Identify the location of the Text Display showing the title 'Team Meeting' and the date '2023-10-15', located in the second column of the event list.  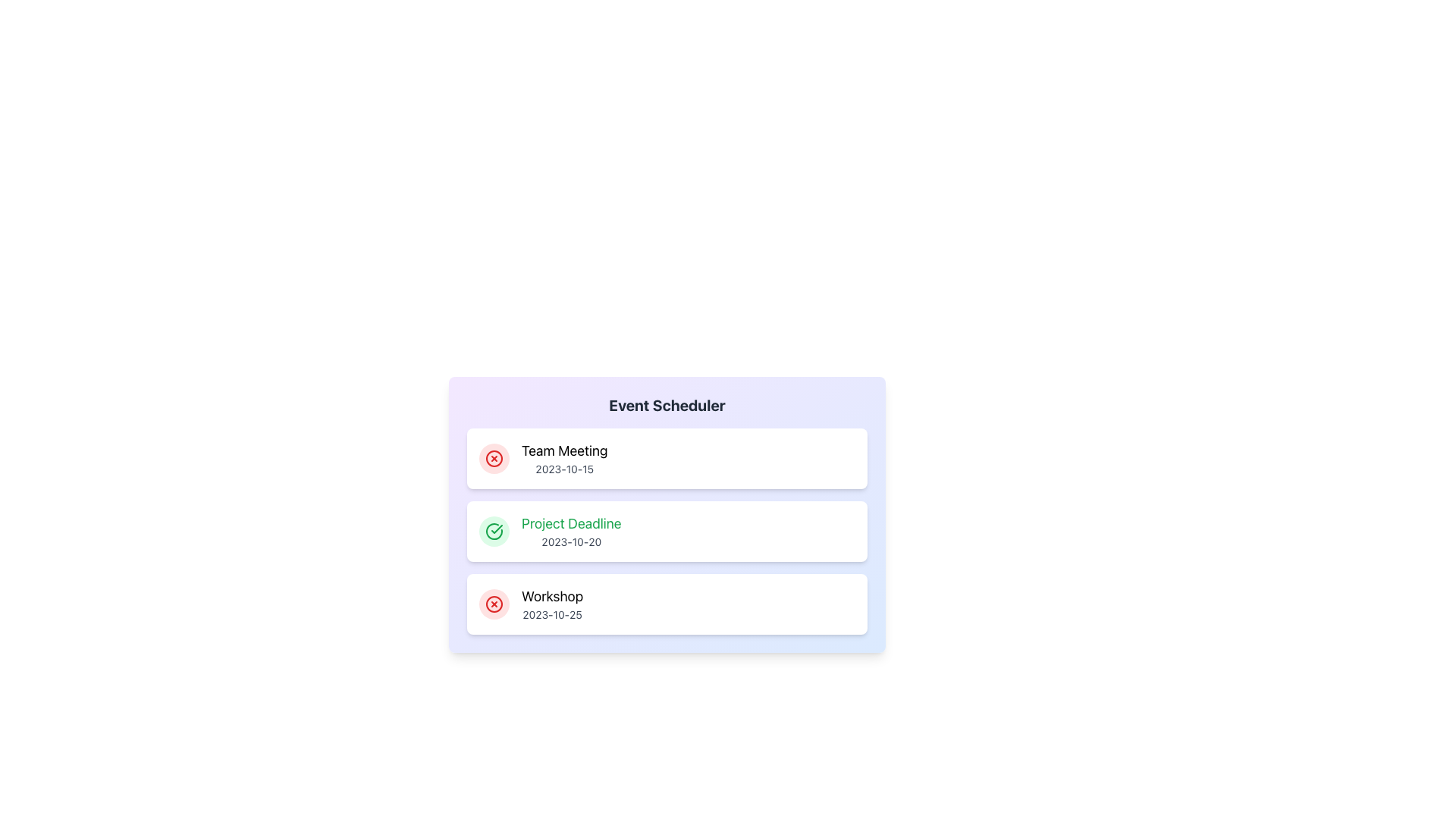
(563, 458).